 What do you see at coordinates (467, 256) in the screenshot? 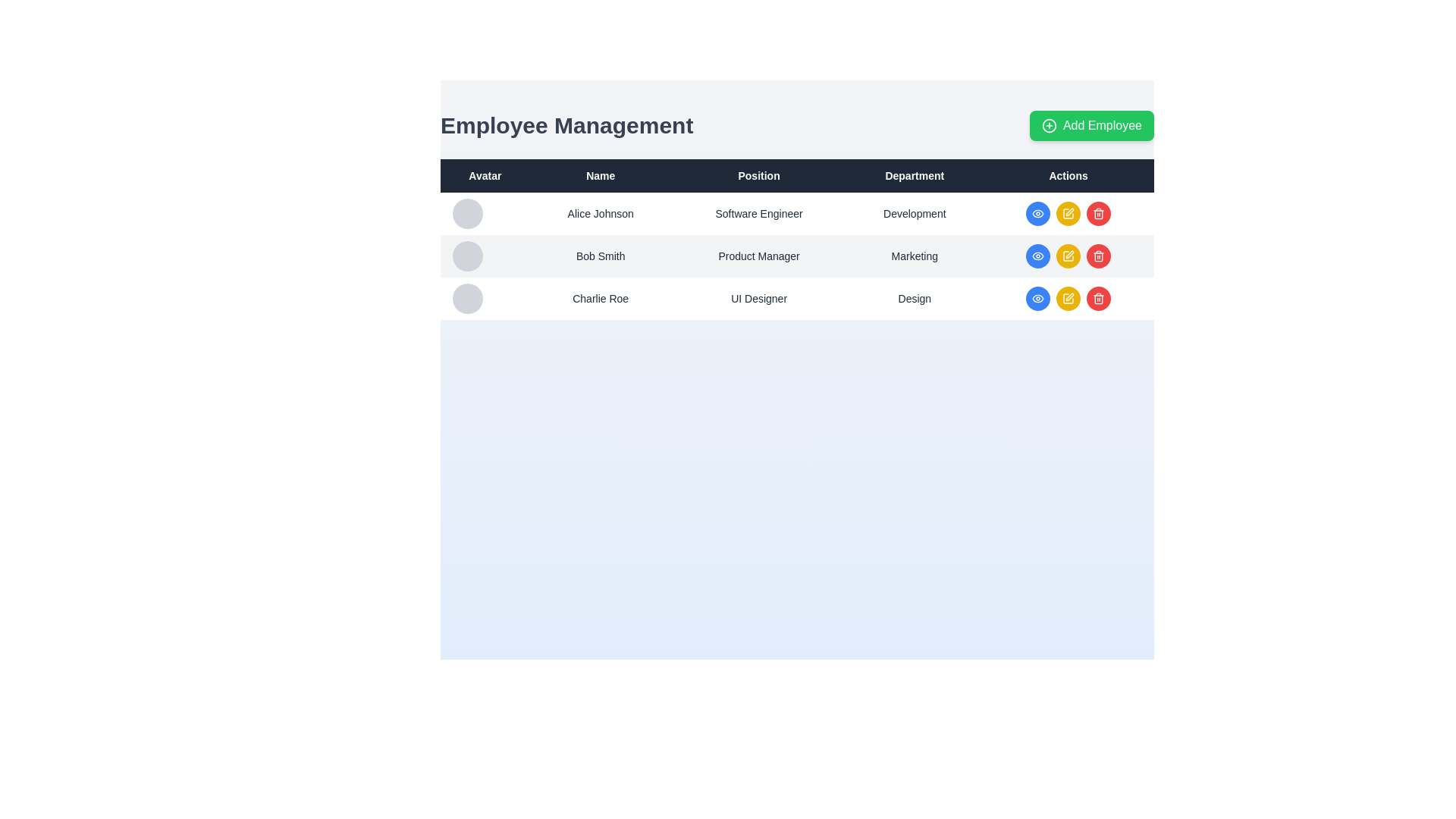
I see `the circular avatar placeholder for 'Bob Smith' in the 'Employee Management' list` at bounding box center [467, 256].